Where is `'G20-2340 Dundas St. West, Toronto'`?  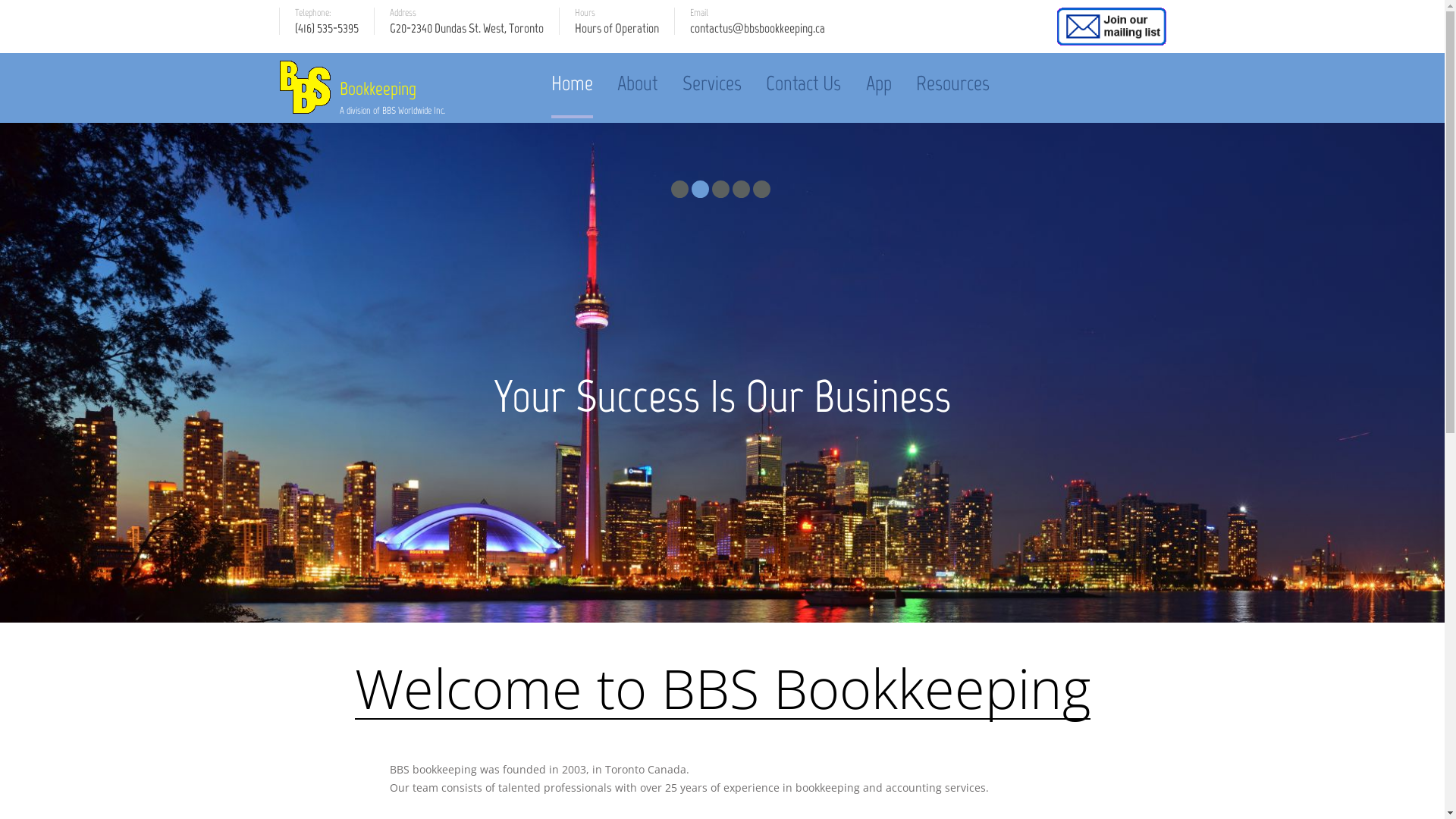
'G20-2340 Dundas St. West, Toronto' is located at coordinates (466, 34).